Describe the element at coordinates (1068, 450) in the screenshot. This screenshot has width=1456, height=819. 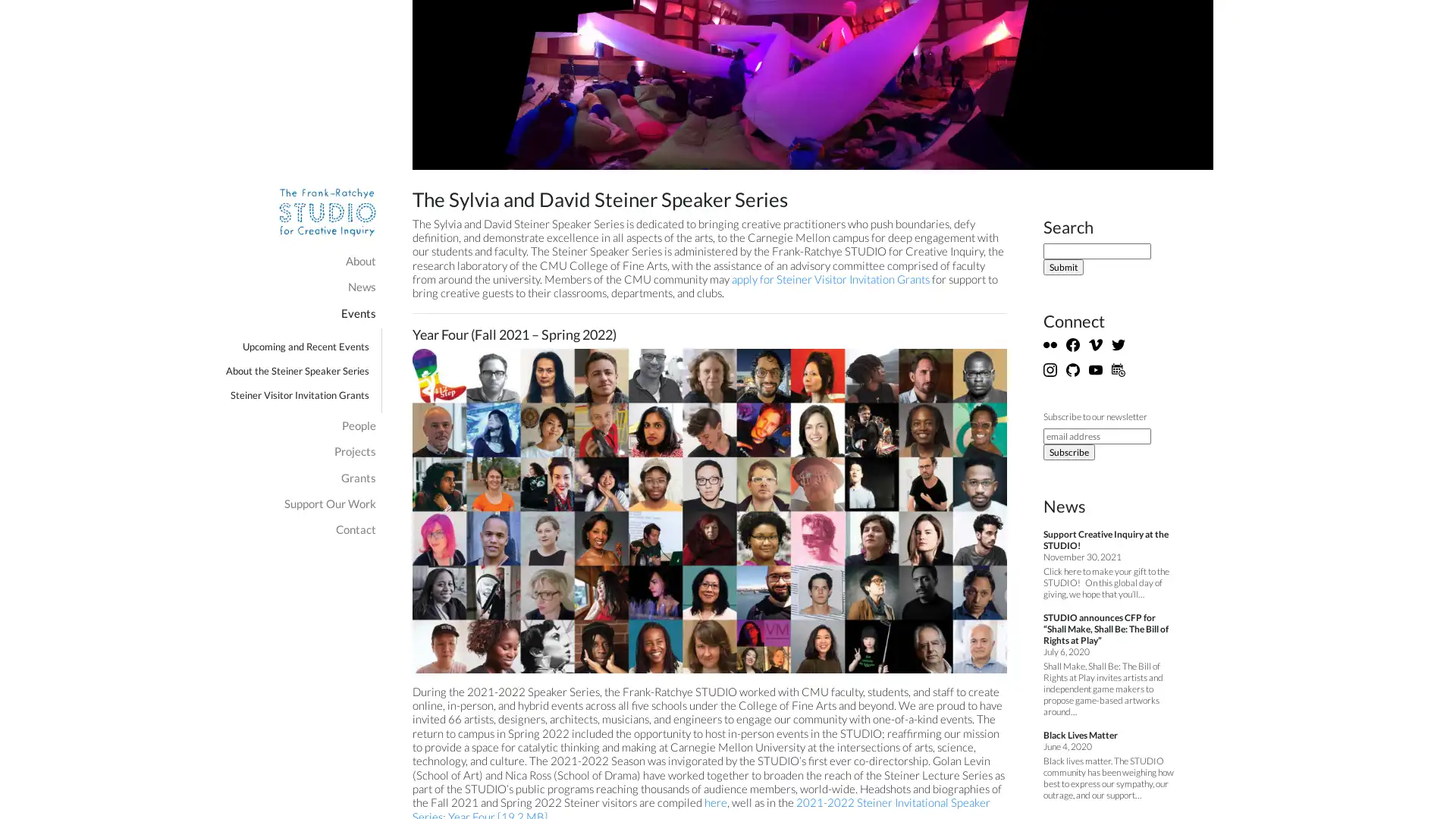
I see `Subscribe` at that location.